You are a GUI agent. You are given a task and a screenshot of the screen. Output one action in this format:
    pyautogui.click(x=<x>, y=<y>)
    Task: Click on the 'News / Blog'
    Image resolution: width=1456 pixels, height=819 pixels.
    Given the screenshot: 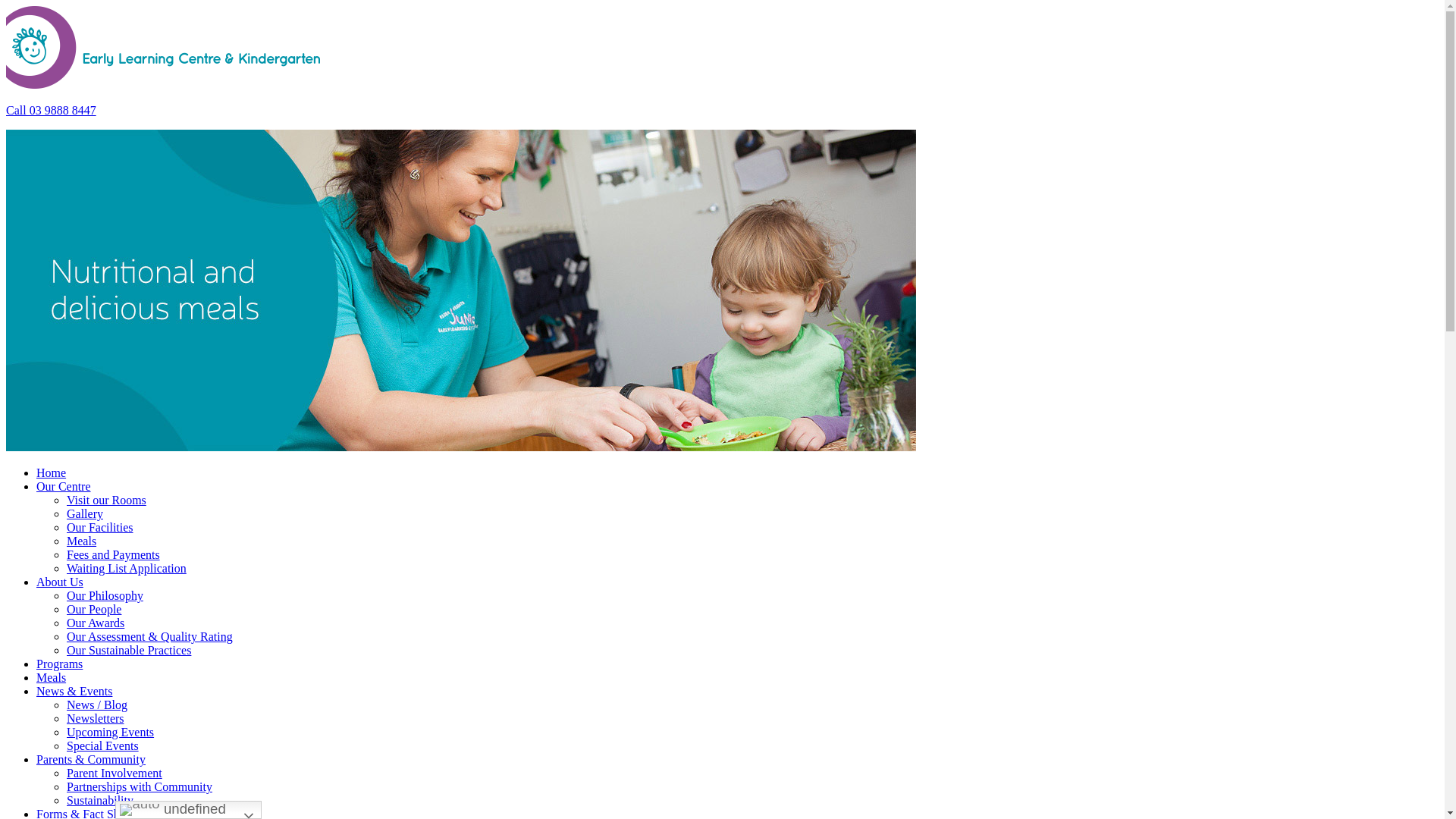 What is the action you would take?
    pyautogui.click(x=96, y=704)
    